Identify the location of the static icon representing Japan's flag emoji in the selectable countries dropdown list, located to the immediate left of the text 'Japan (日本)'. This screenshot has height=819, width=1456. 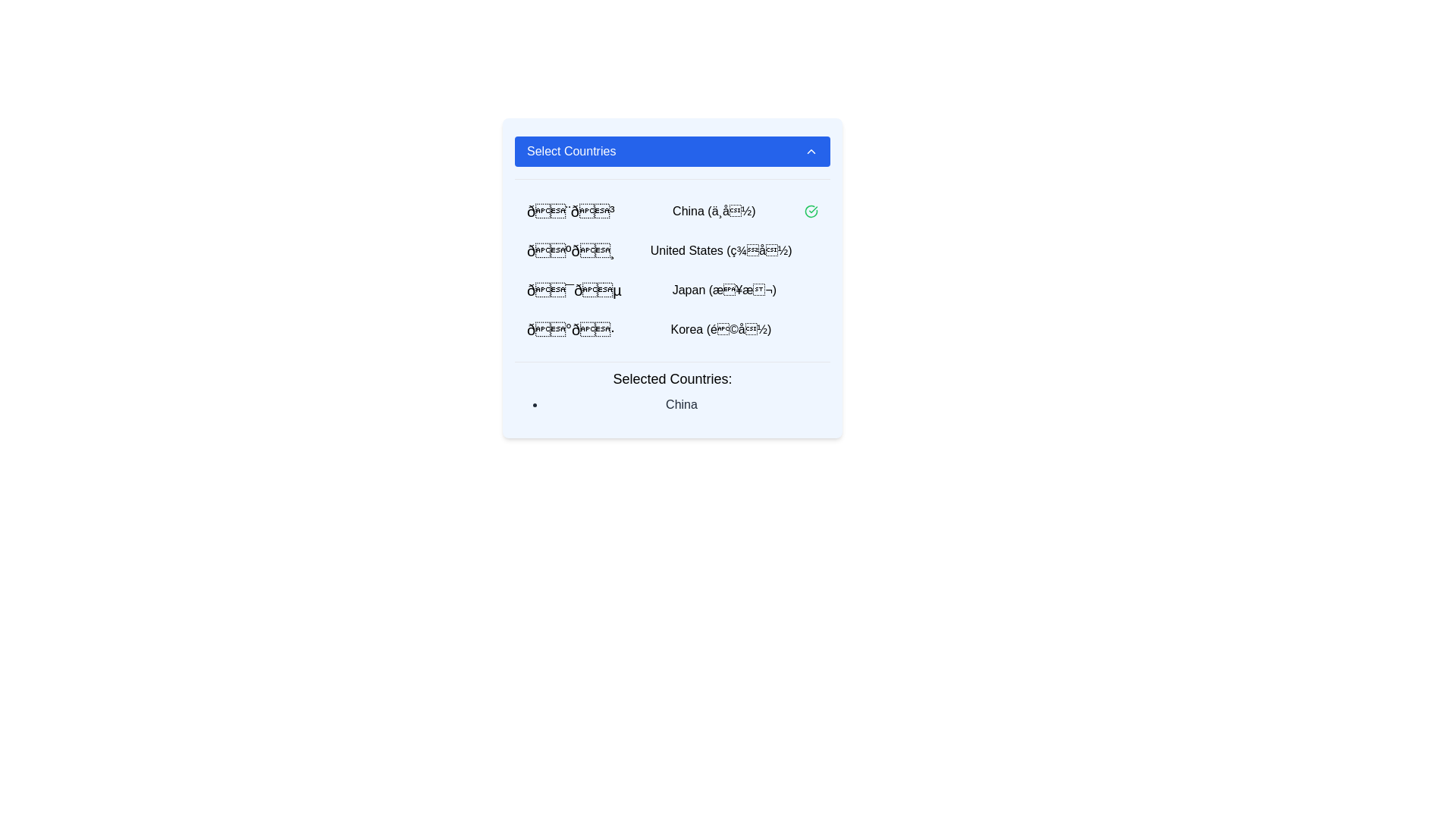
(573, 290).